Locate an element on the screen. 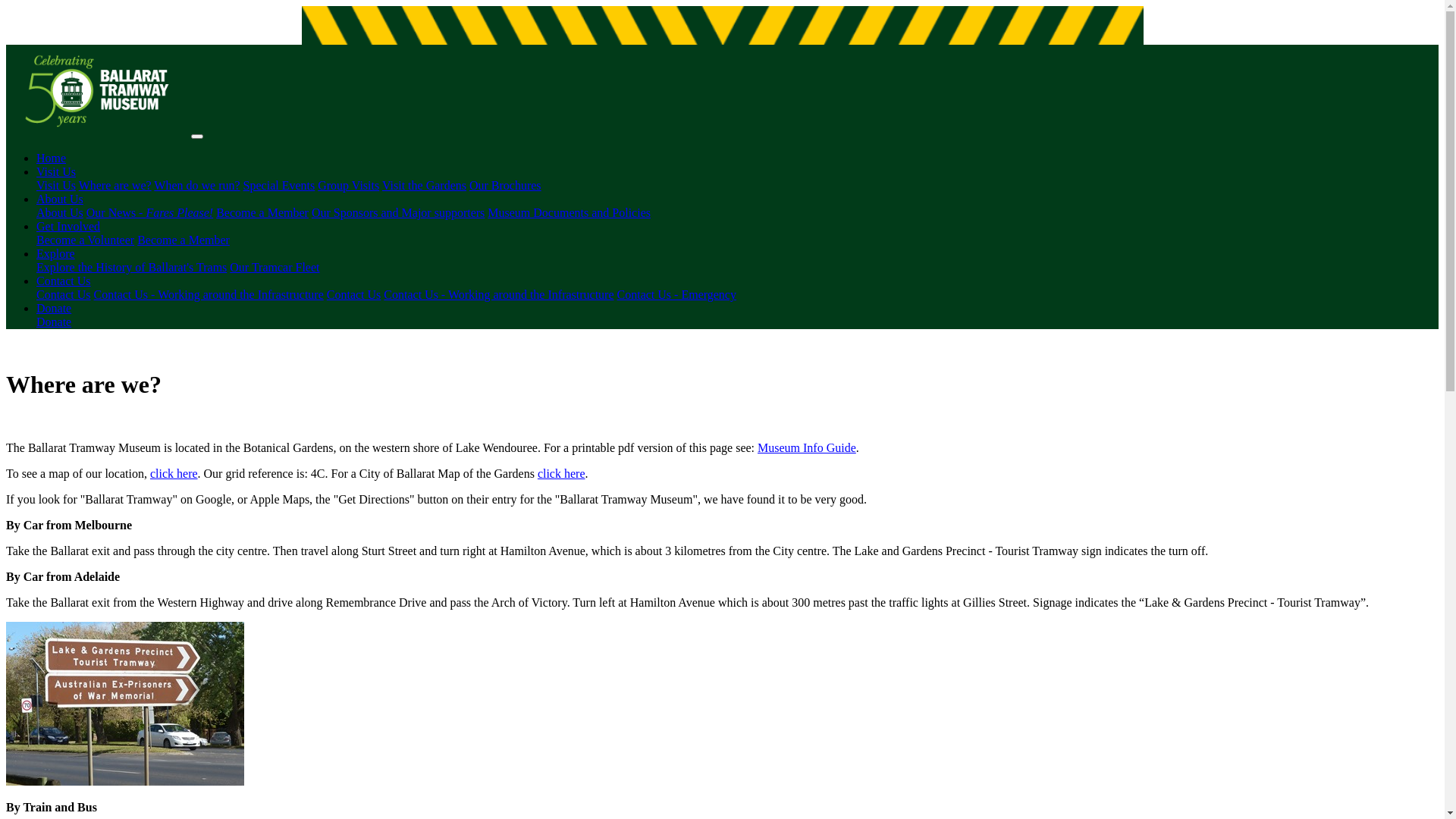 The height and width of the screenshot is (819, 1456). 'Become a Member' is located at coordinates (262, 212).